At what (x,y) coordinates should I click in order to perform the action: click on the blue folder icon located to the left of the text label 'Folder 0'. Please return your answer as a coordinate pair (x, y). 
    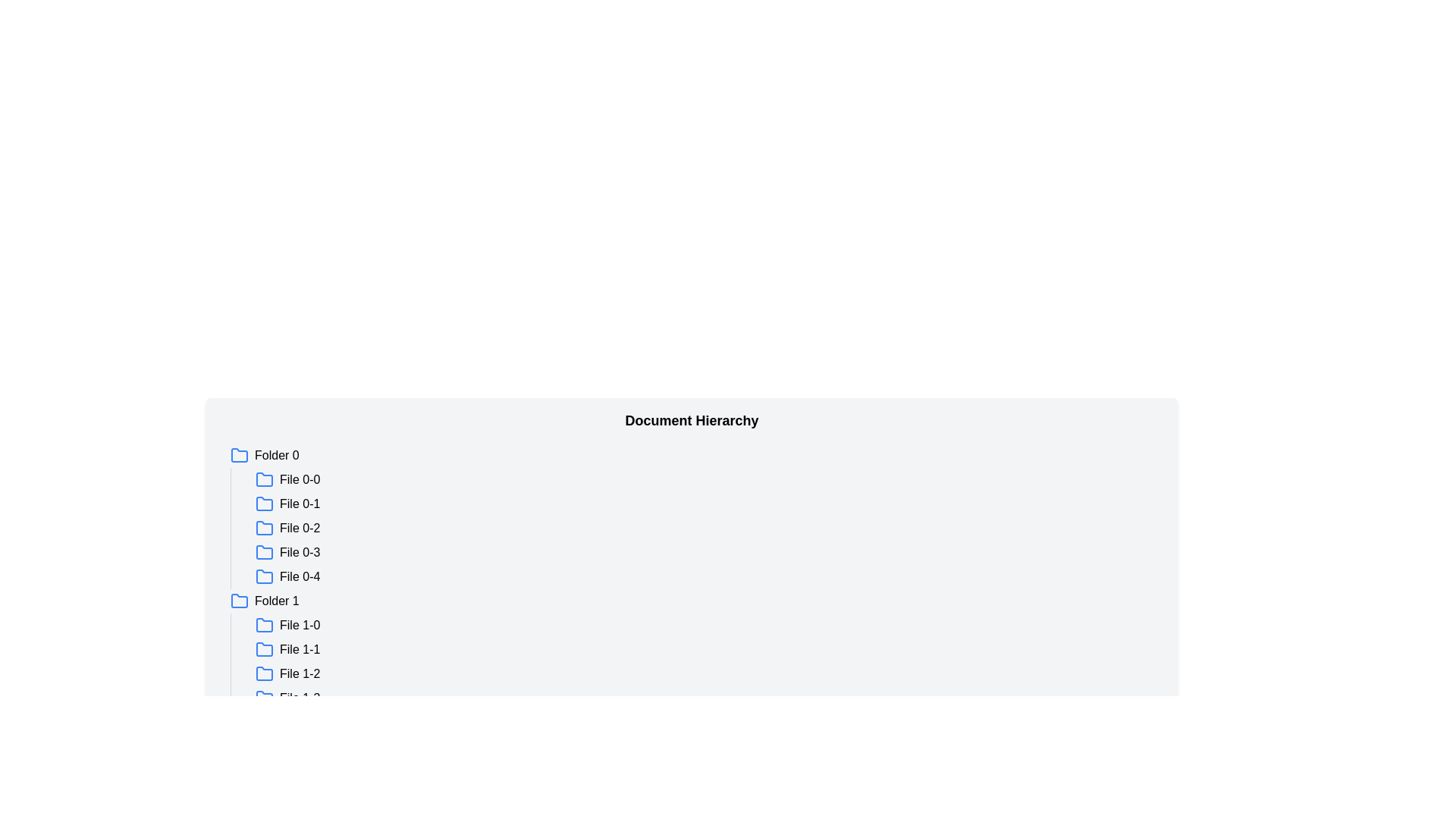
    Looking at the image, I should click on (239, 455).